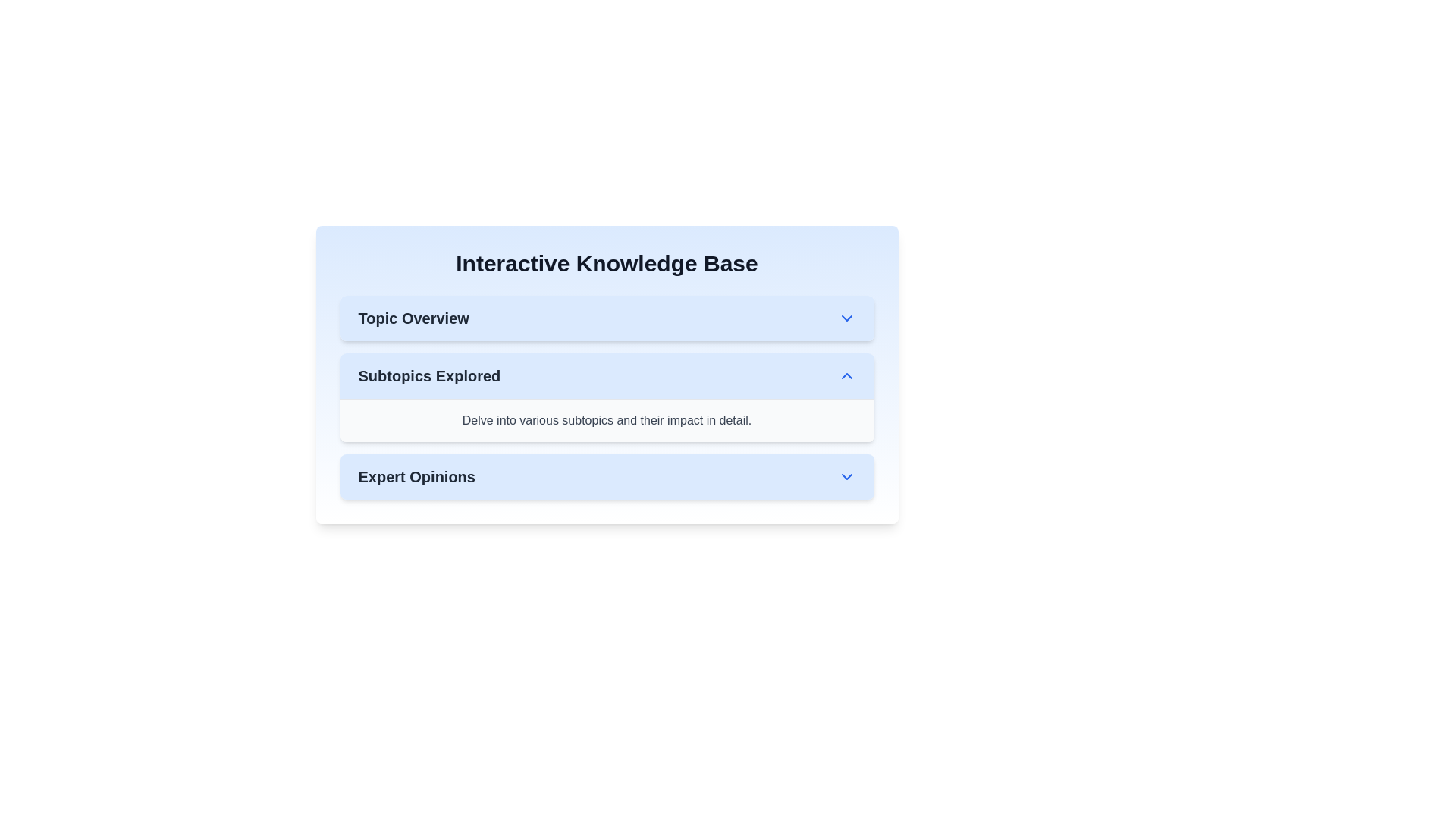 Image resolution: width=1456 pixels, height=819 pixels. I want to click on the downward-pointing blue chevron icon to the right of the text 'Subtopics Explored', so click(846, 375).